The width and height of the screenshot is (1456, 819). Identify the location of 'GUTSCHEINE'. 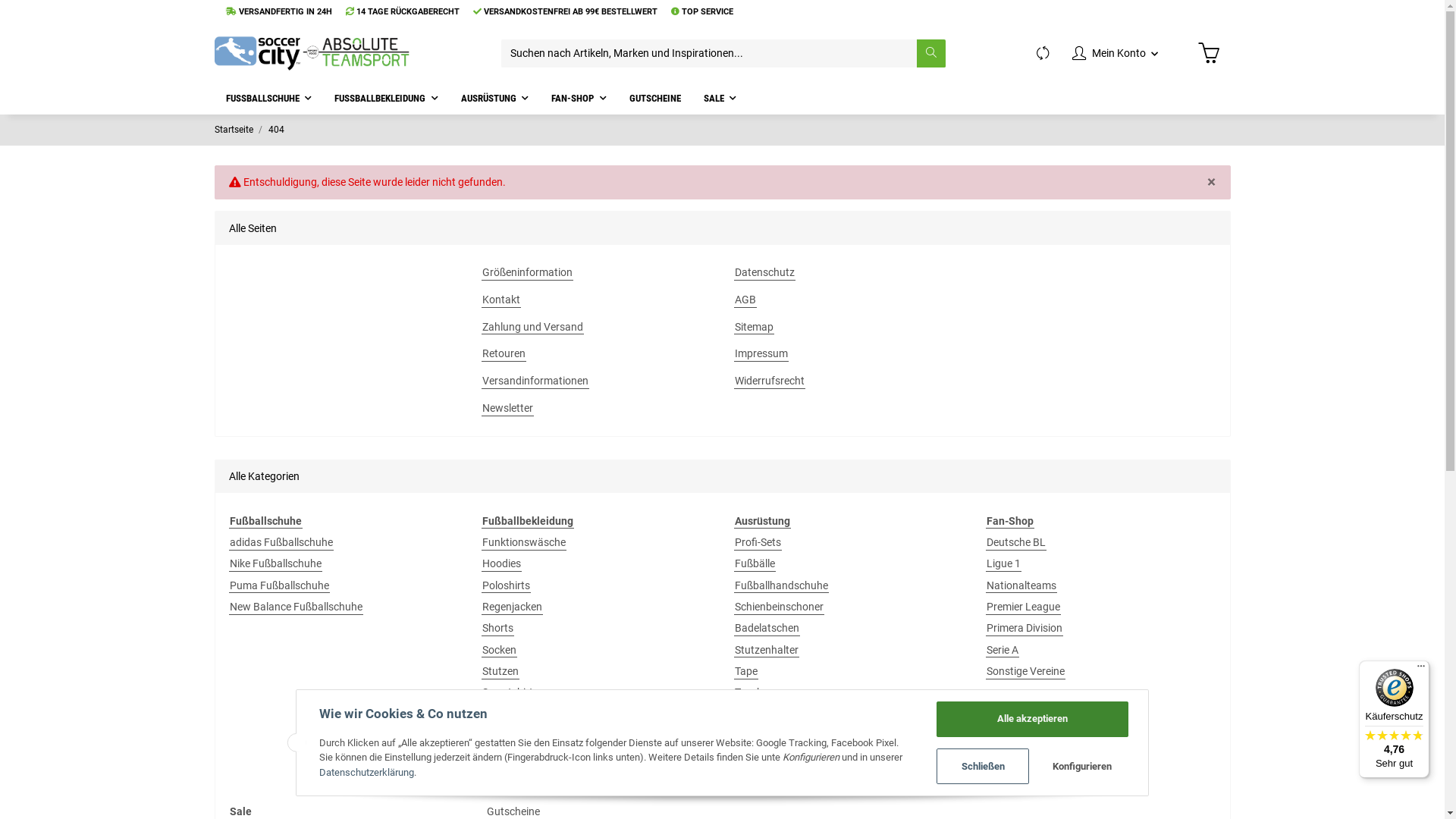
(654, 99).